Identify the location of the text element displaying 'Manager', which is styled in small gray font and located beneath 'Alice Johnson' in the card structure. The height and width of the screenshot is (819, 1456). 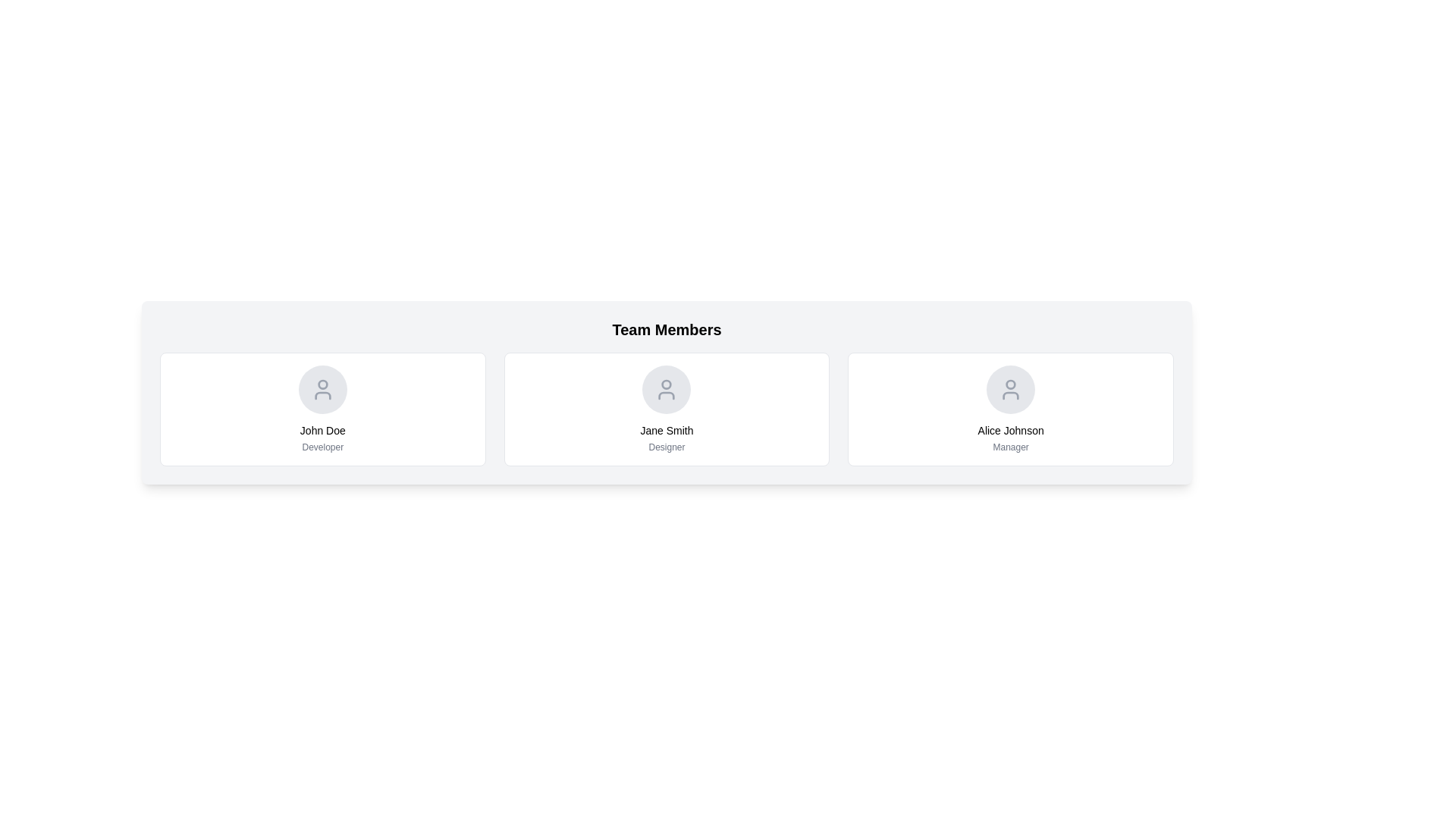
(1011, 447).